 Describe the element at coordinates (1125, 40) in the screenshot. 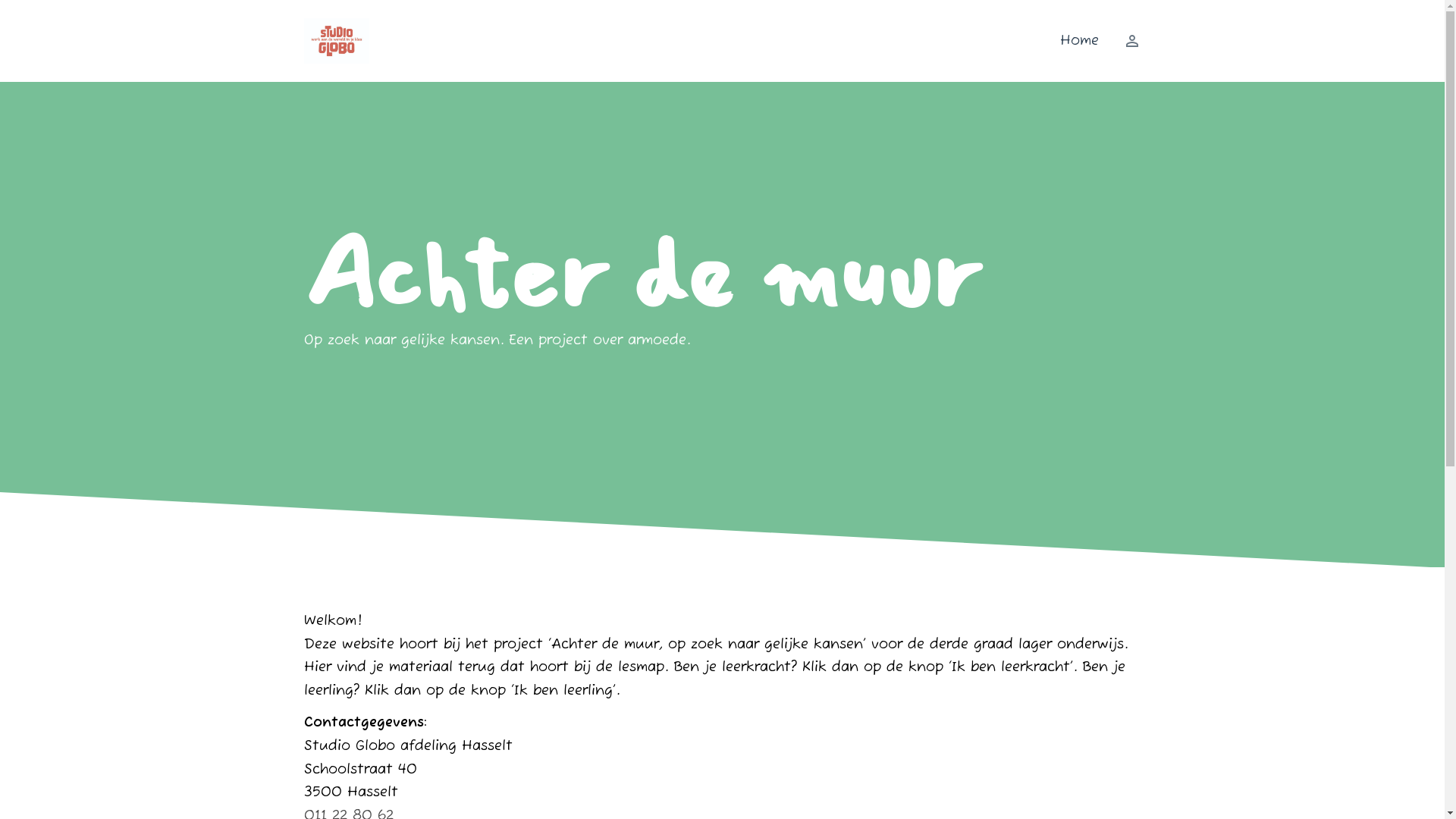

I see `'Inloggen'` at that location.